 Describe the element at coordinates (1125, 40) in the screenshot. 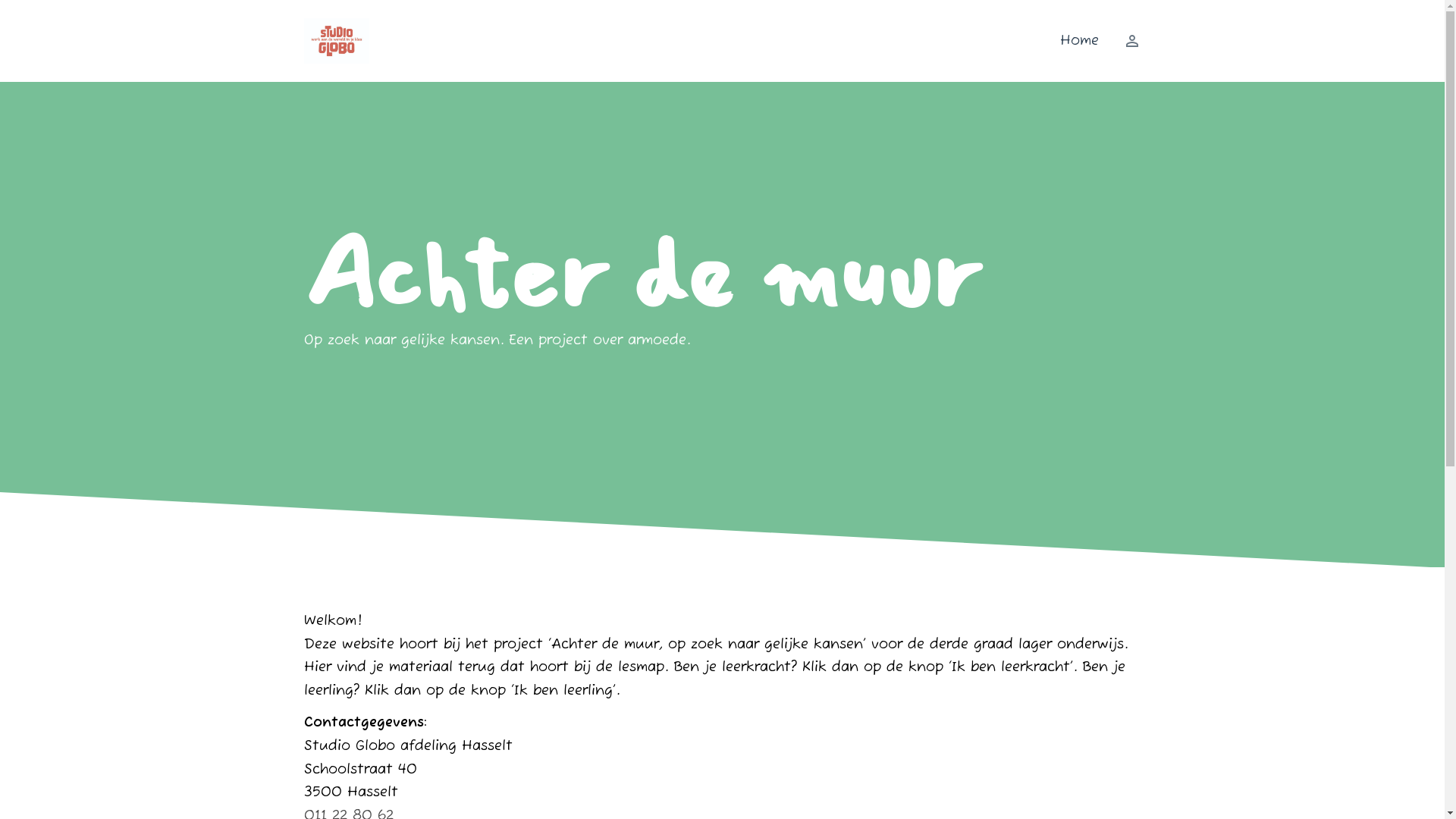

I see `'Inloggen'` at that location.